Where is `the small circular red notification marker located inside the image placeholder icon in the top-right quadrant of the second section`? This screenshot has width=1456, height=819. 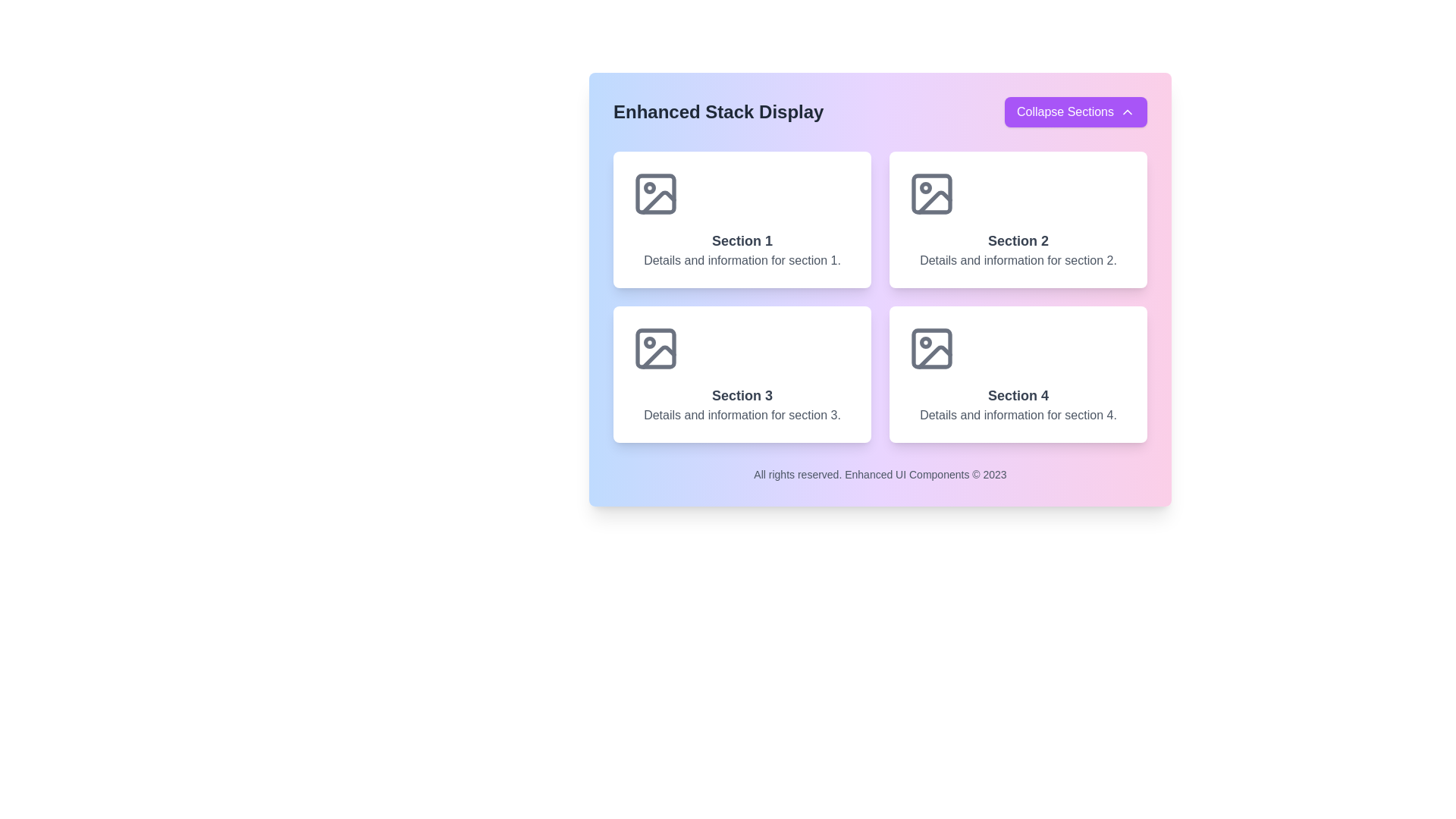 the small circular red notification marker located inside the image placeholder icon in the top-right quadrant of the second section is located at coordinates (924, 187).